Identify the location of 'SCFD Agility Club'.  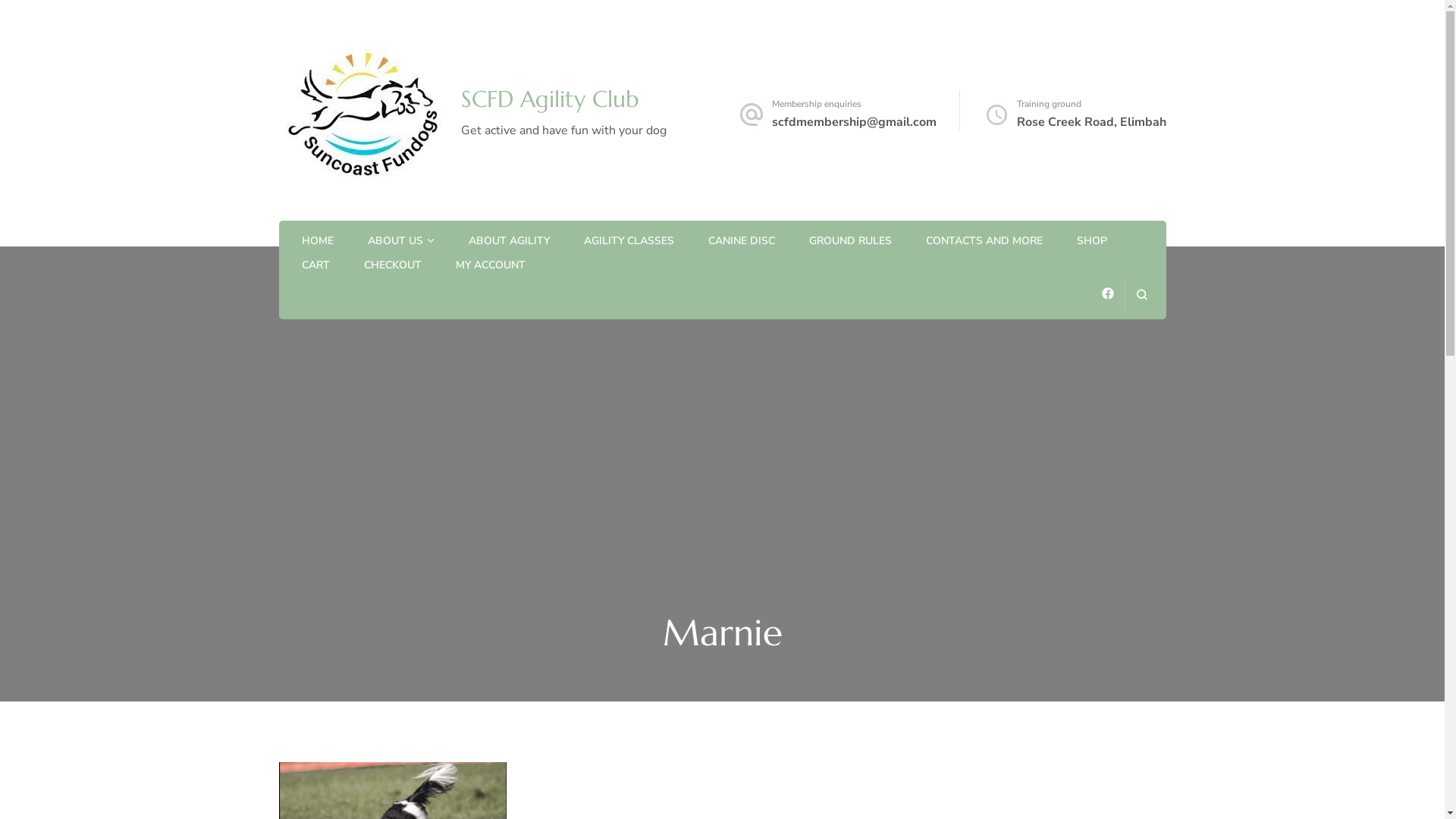
(549, 99).